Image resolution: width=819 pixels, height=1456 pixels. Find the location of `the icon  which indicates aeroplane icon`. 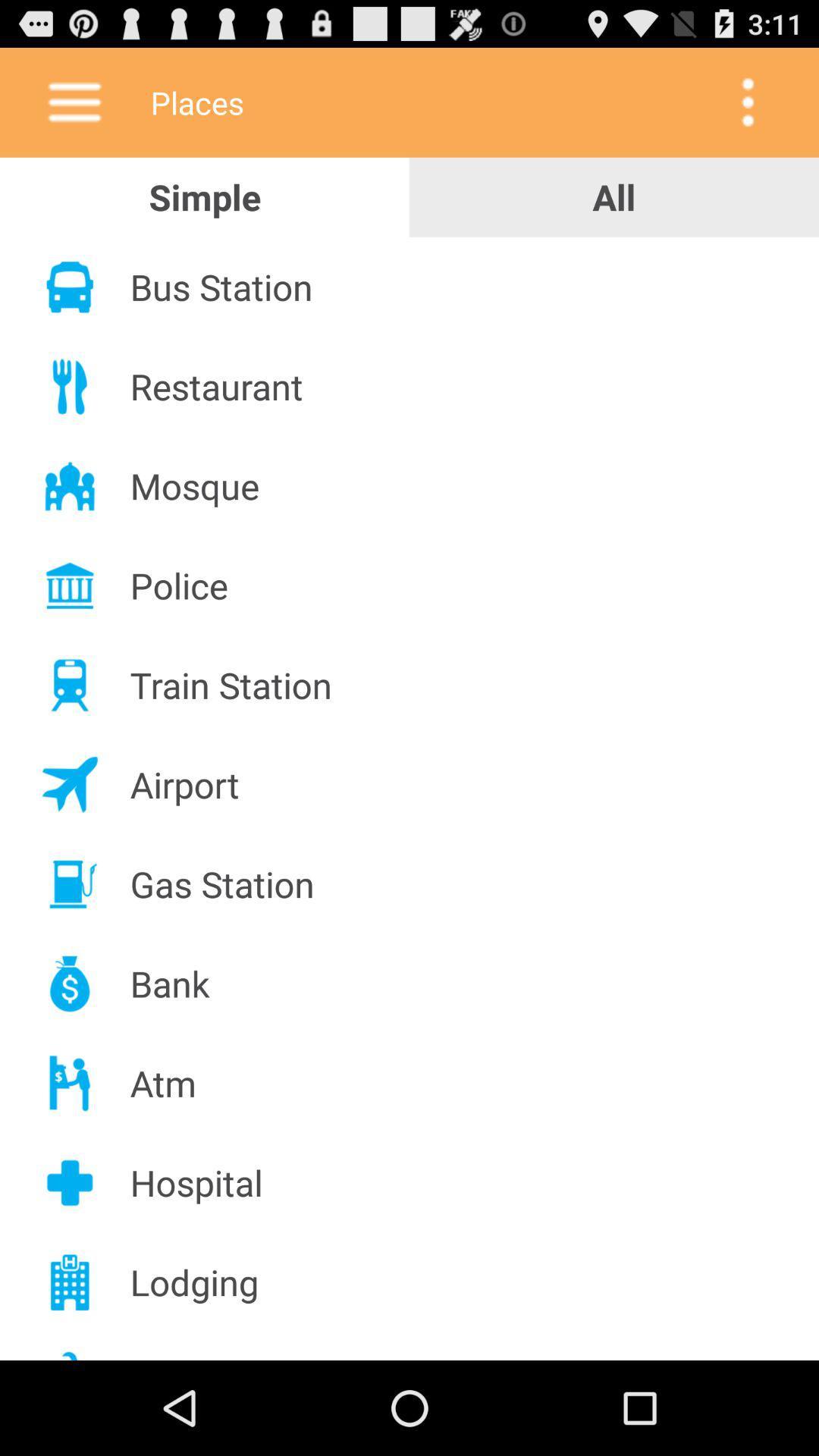

the icon  which indicates aeroplane icon is located at coordinates (70, 785).